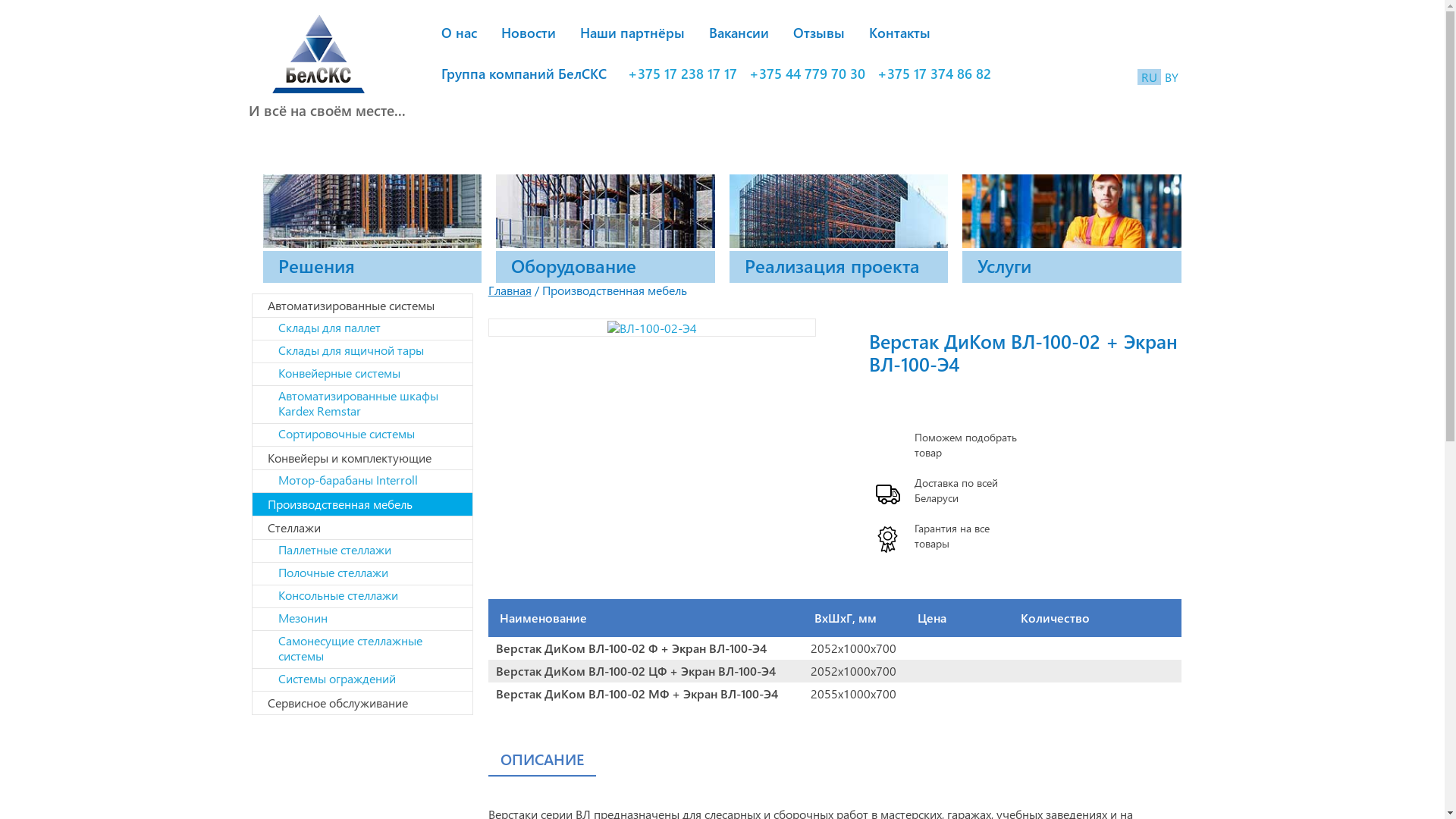 The height and width of the screenshot is (819, 1456). What do you see at coordinates (806, 73) in the screenshot?
I see `'+375 44 779 70 30'` at bounding box center [806, 73].